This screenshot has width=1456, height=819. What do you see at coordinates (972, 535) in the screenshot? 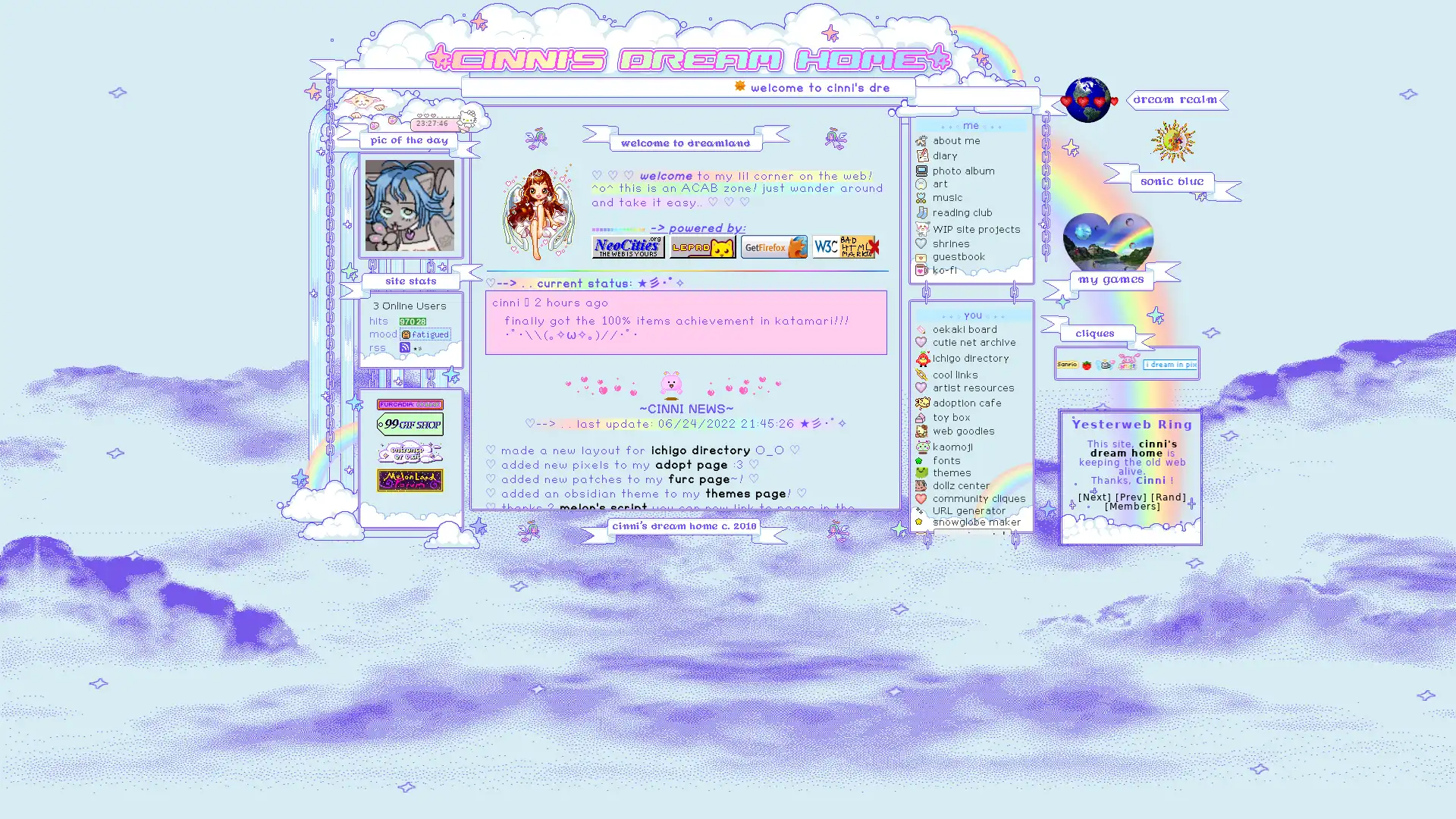
I see `experimental` at bounding box center [972, 535].